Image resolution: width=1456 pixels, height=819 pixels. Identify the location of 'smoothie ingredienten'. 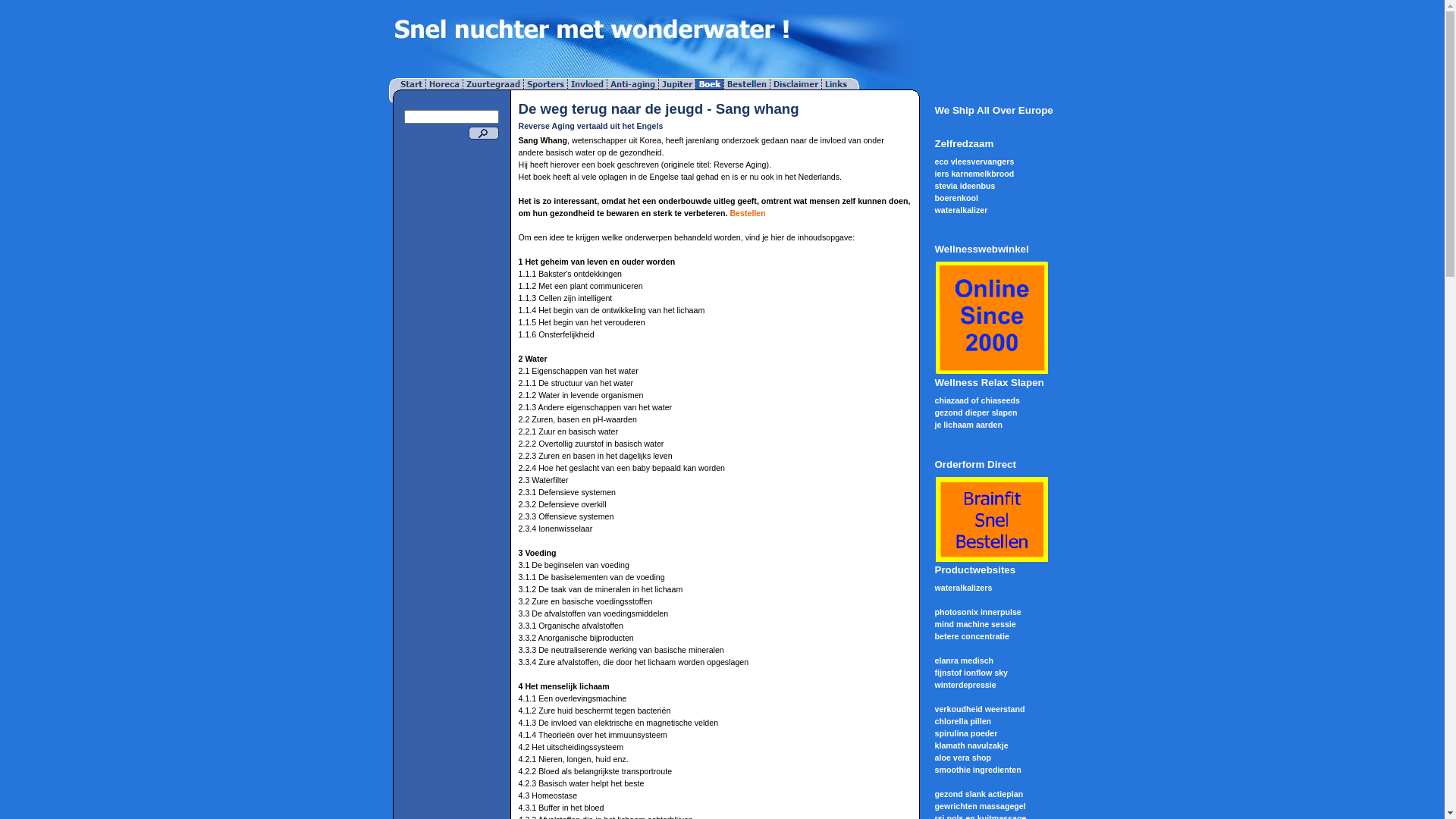
(977, 769).